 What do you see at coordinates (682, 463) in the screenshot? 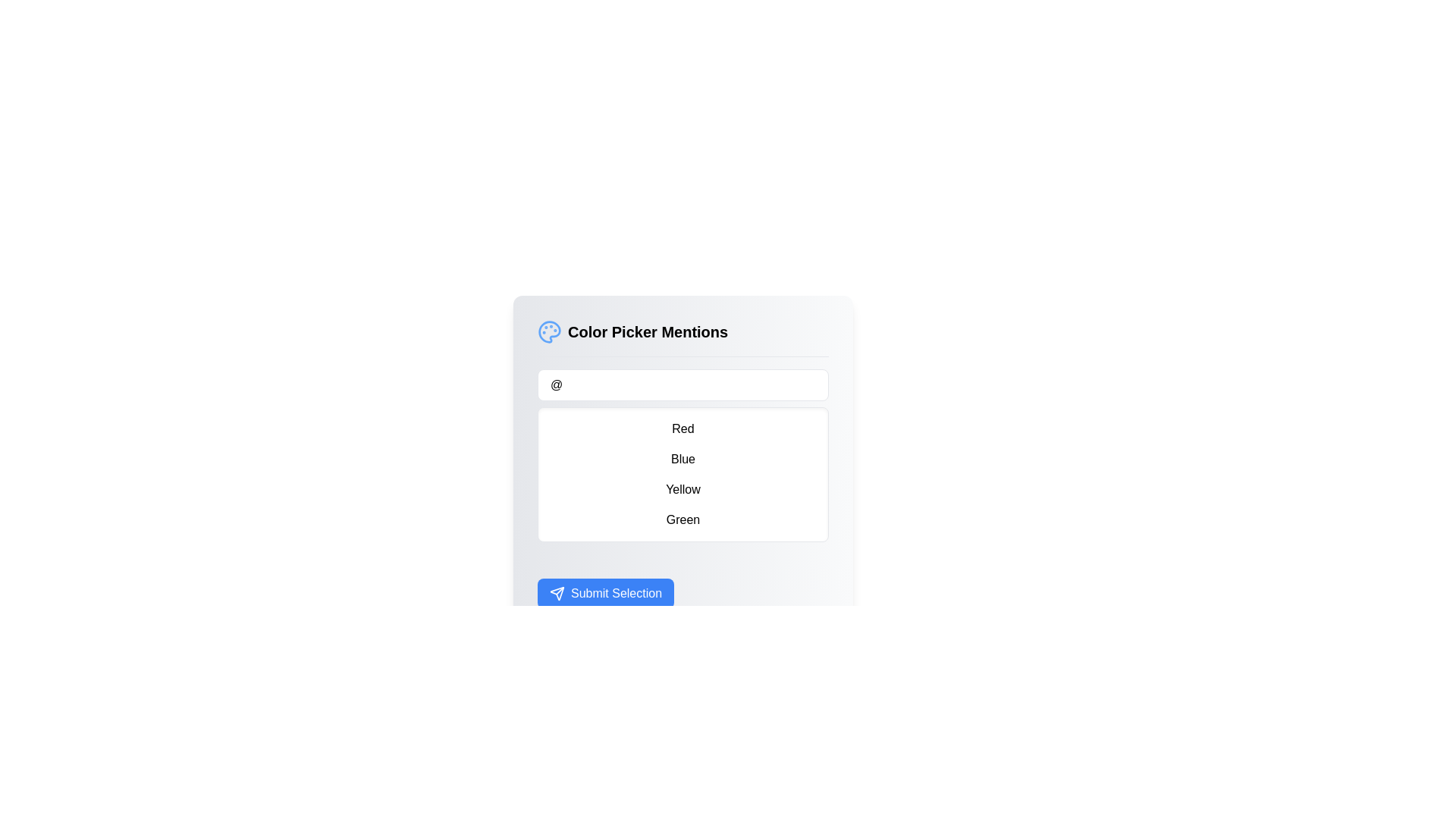
I see `the color selection option within the 'Color Picker Mentions' interactive panel` at bounding box center [682, 463].